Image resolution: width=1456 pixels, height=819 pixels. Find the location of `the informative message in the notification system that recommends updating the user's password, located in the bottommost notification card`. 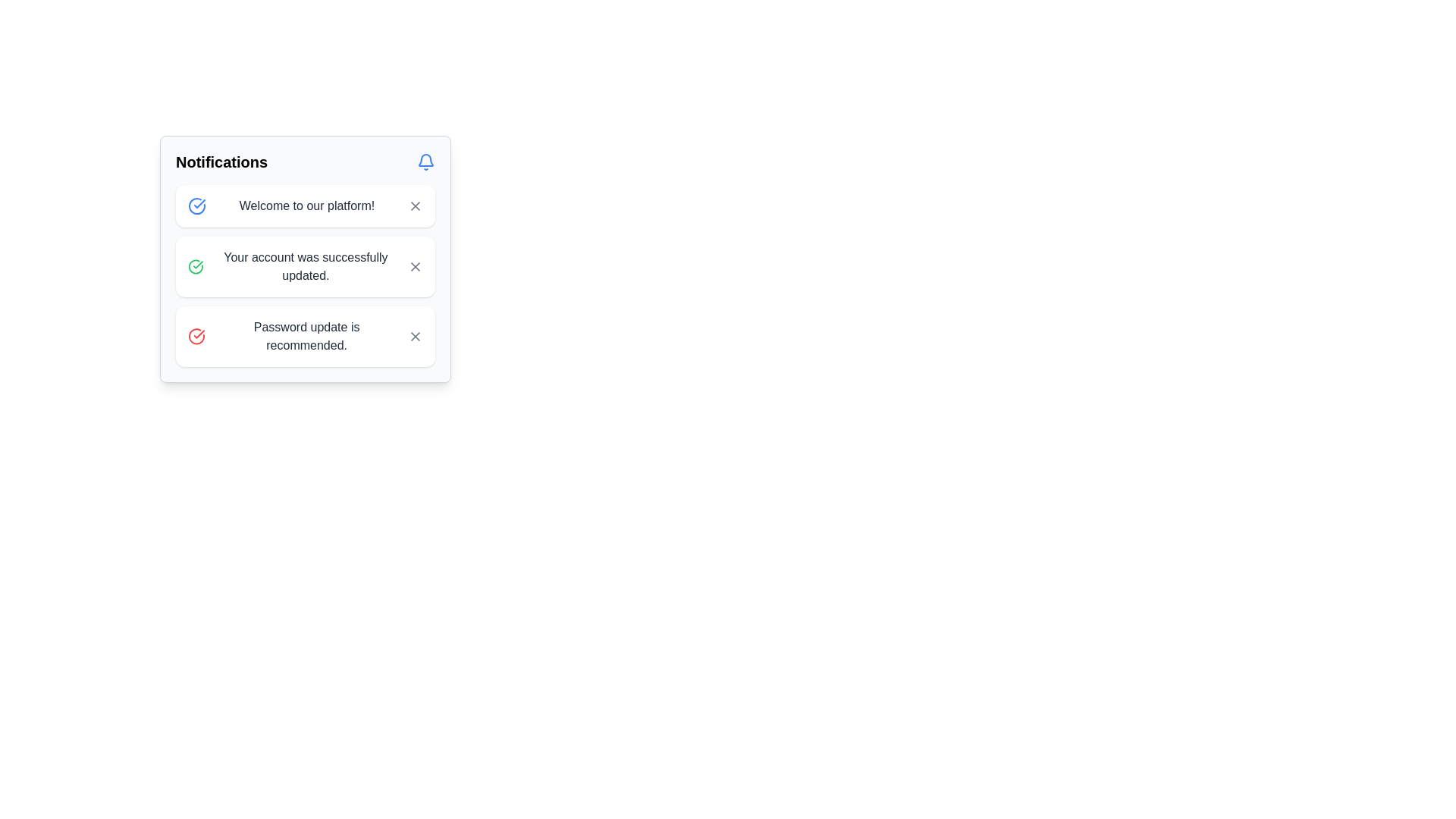

the informative message in the notification system that recommends updating the user's password, located in the bottommost notification card is located at coordinates (306, 335).